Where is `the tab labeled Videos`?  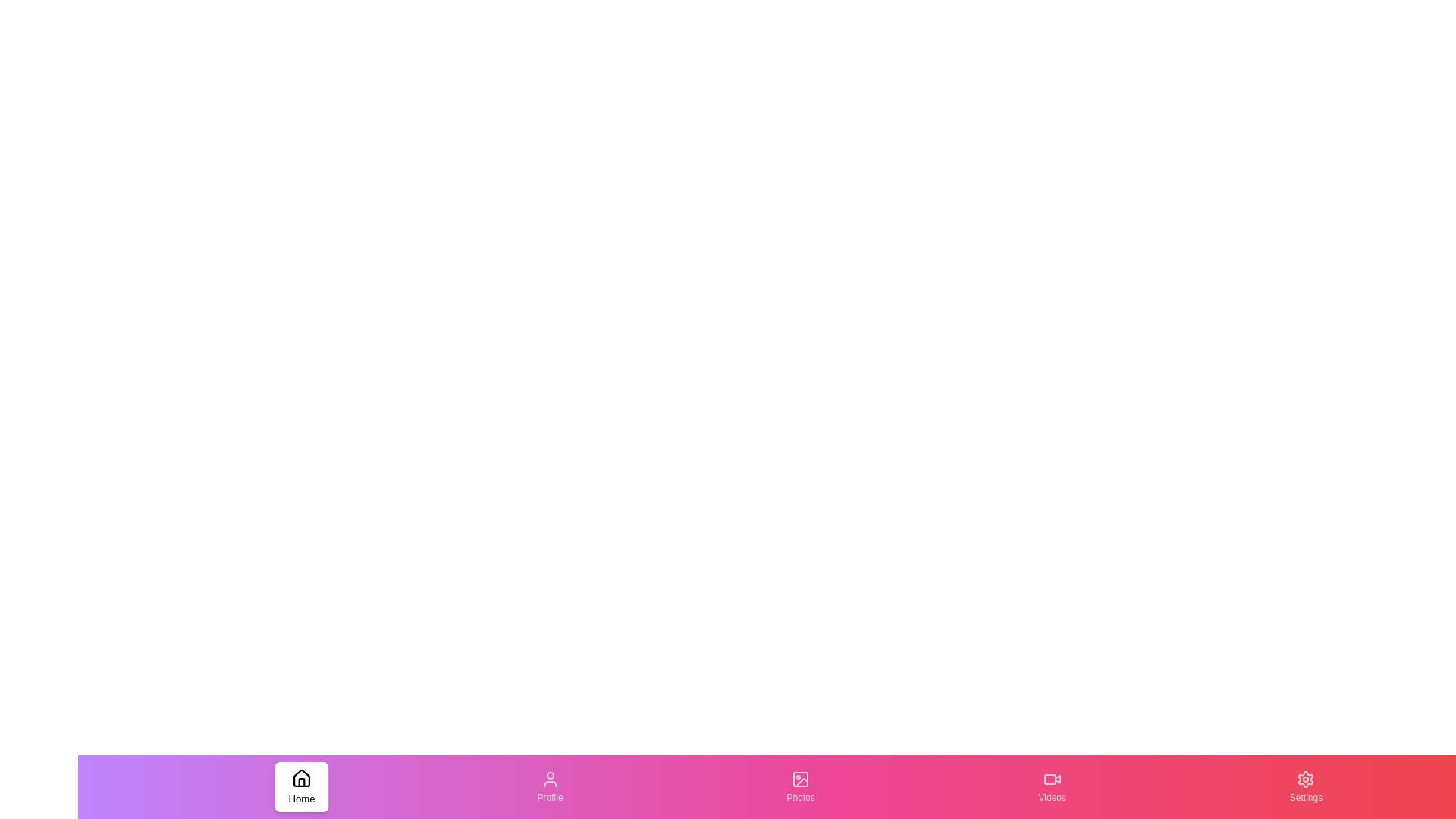 the tab labeled Videos is located at coordinates (1051, 786).